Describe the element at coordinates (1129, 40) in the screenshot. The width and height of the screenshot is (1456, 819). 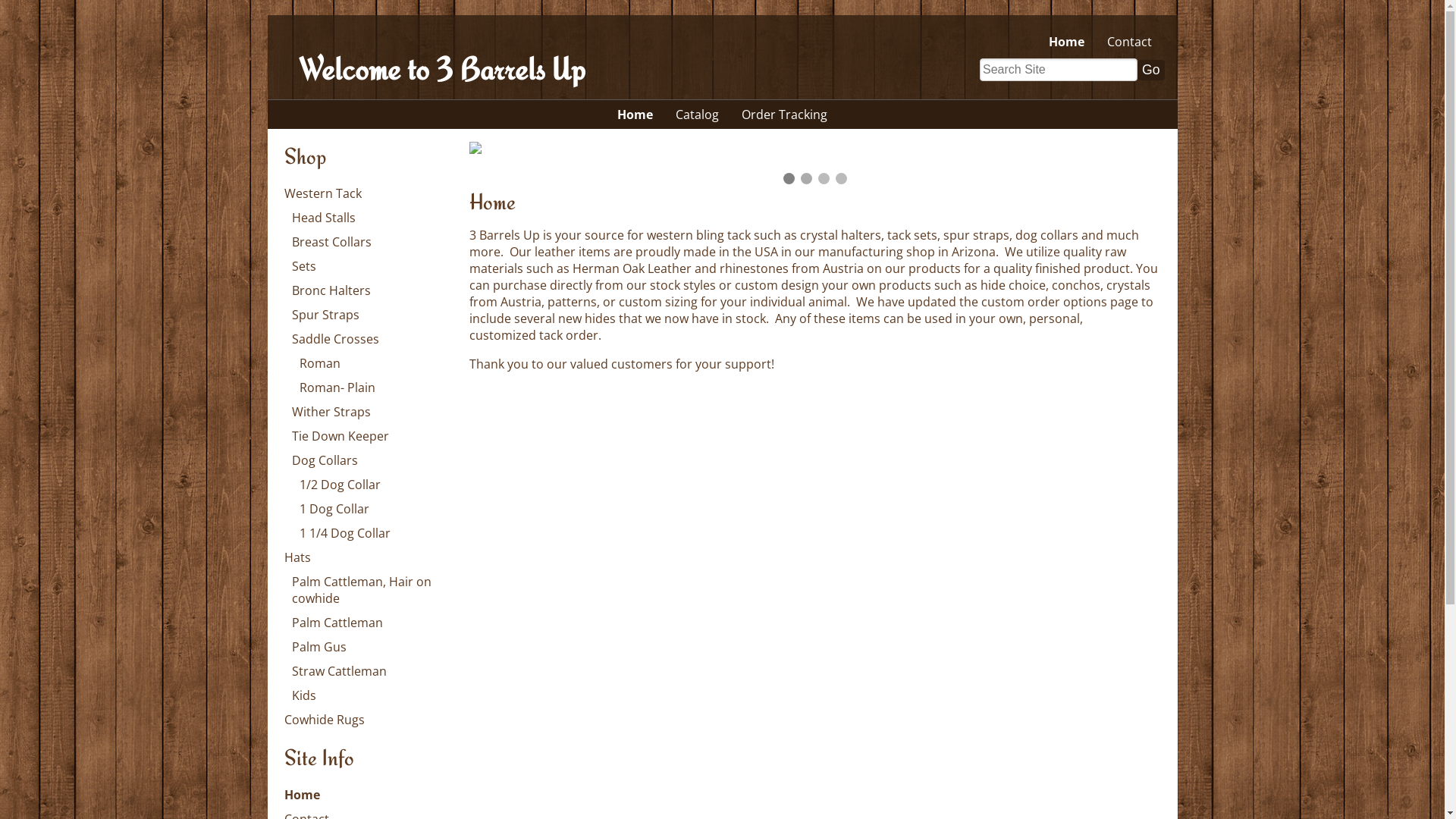
I see `'Contact'` at that location.